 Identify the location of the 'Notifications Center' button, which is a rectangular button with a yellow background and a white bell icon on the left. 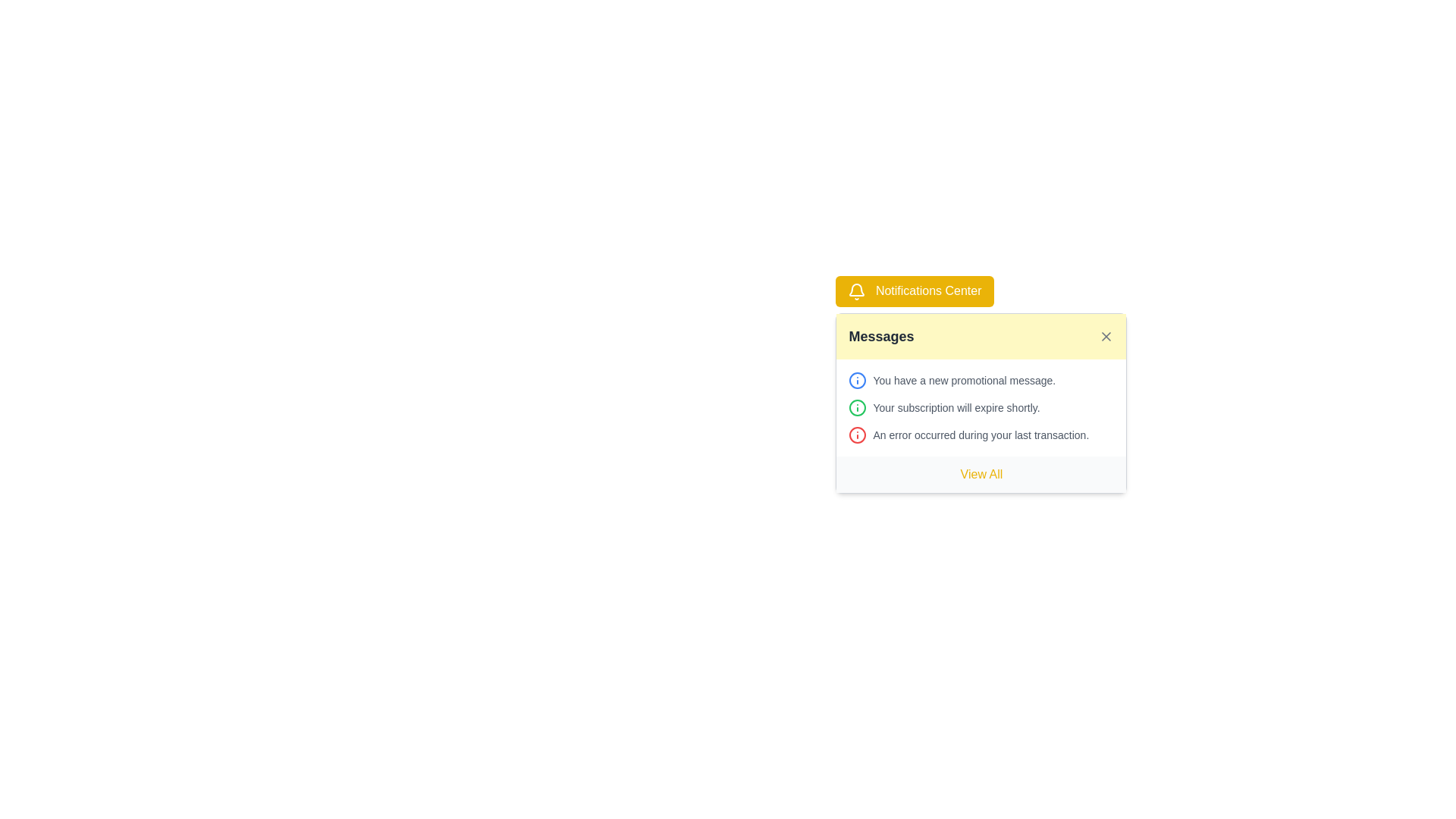
(914, 291).